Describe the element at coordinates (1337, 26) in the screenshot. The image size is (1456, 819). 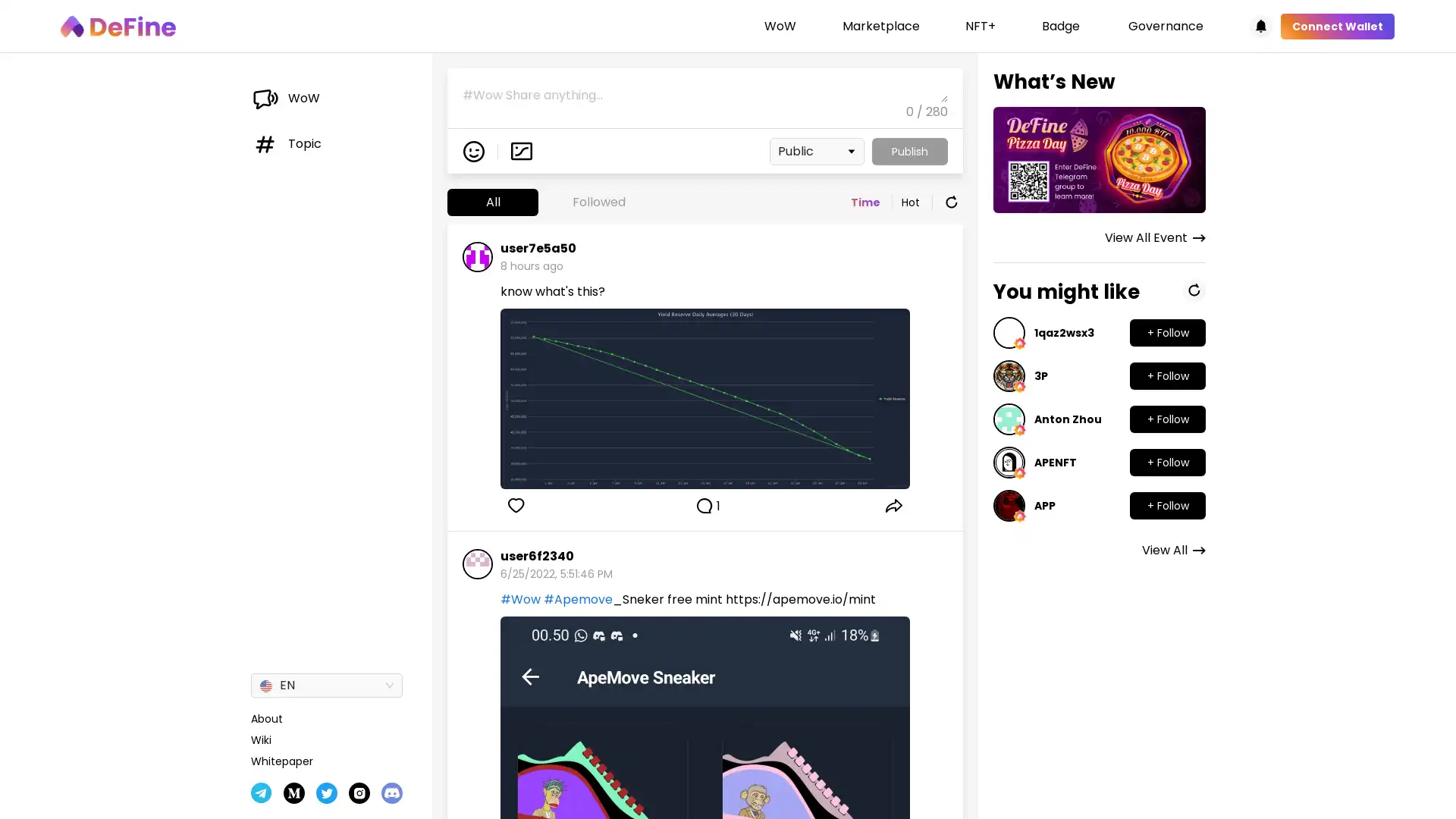
I see `Connect Wallet` at that location.